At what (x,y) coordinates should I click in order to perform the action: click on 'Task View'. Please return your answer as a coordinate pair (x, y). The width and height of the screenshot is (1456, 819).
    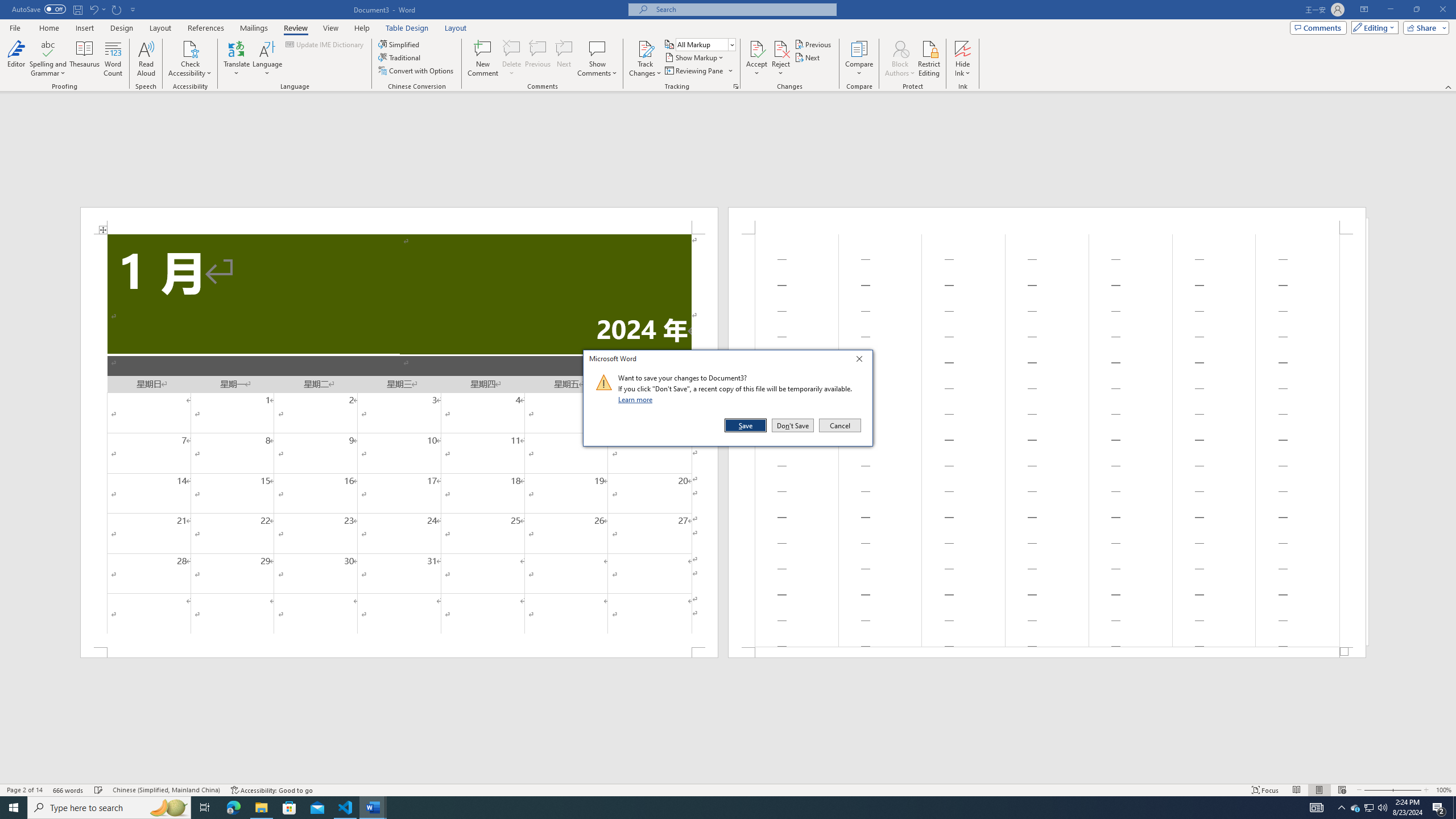
    Looking at the image, I should click on (204, 806).